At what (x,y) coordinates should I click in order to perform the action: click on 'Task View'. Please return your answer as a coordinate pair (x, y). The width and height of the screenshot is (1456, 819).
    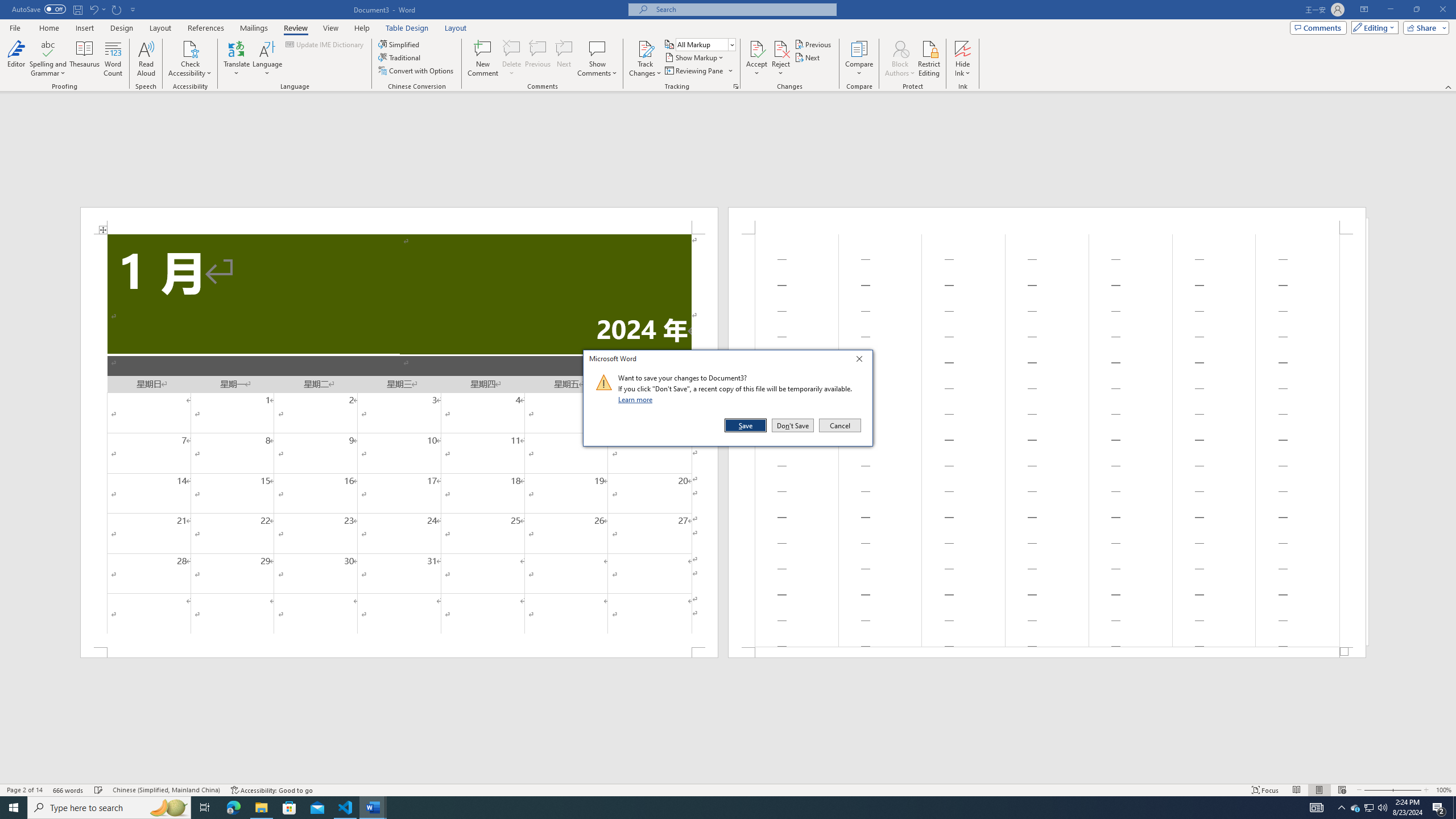
    Looking at the image, I should click on (204, 806).